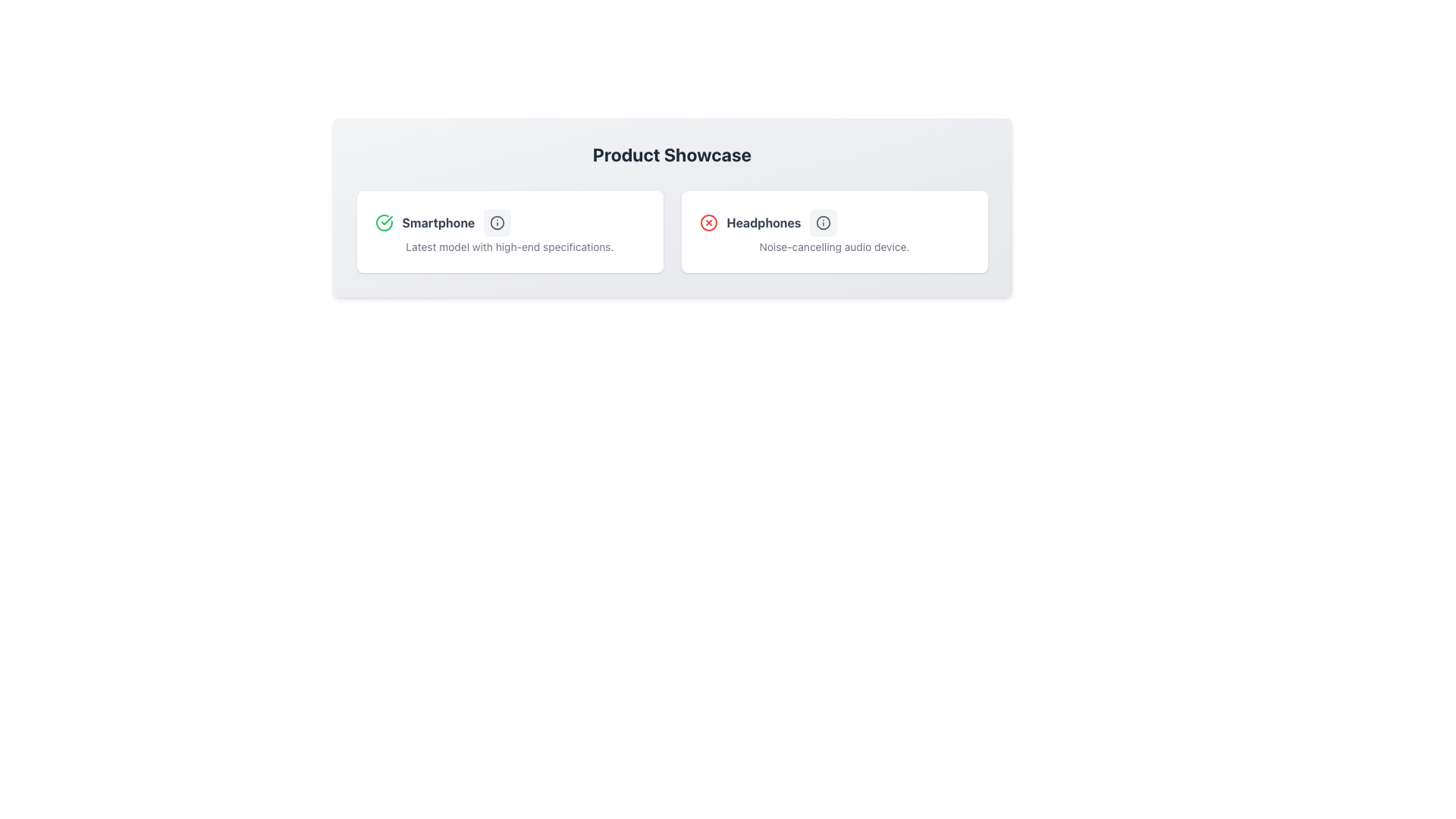 The image size is (1456, 819). What do you see at coordinates (823, 222) in the screenshot?
I see `the information button located to the far right of the 'Headphones' item in the 'Product Showcase' section` at bounding box center [823, 222].